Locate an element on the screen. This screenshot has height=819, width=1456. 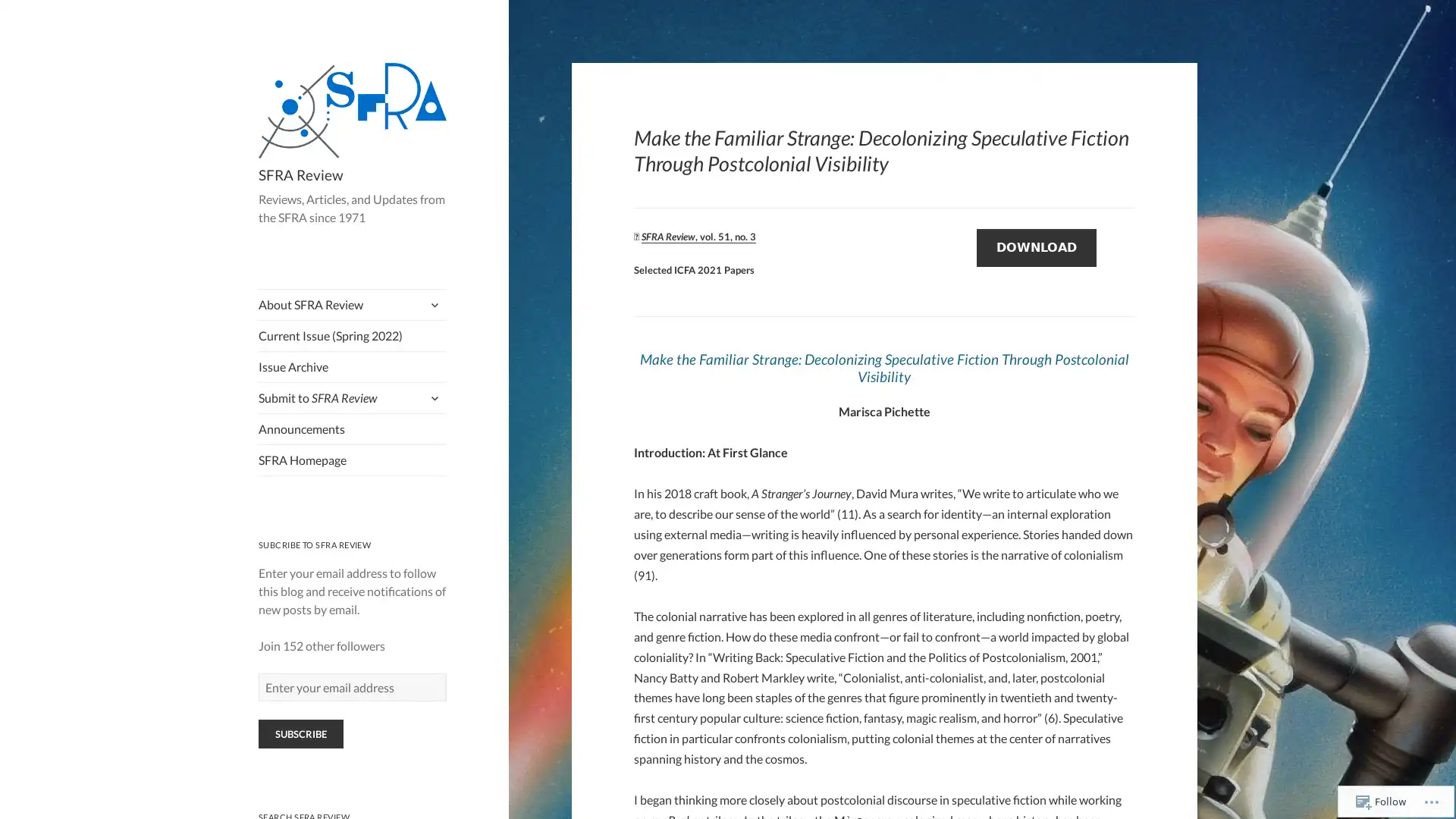
expand child menu is located at coordinates (432, 304).